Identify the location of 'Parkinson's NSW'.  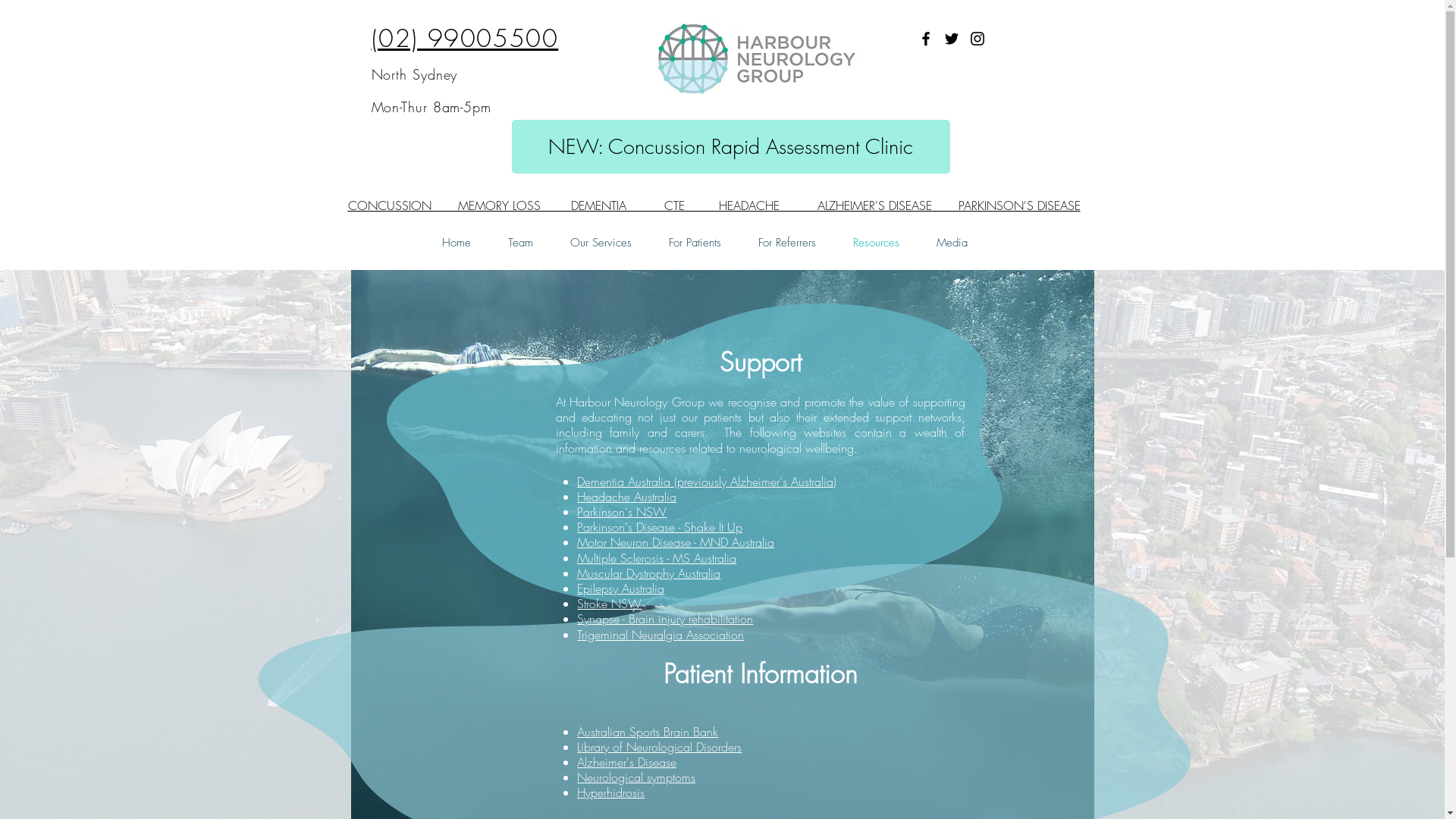
(622, 512).